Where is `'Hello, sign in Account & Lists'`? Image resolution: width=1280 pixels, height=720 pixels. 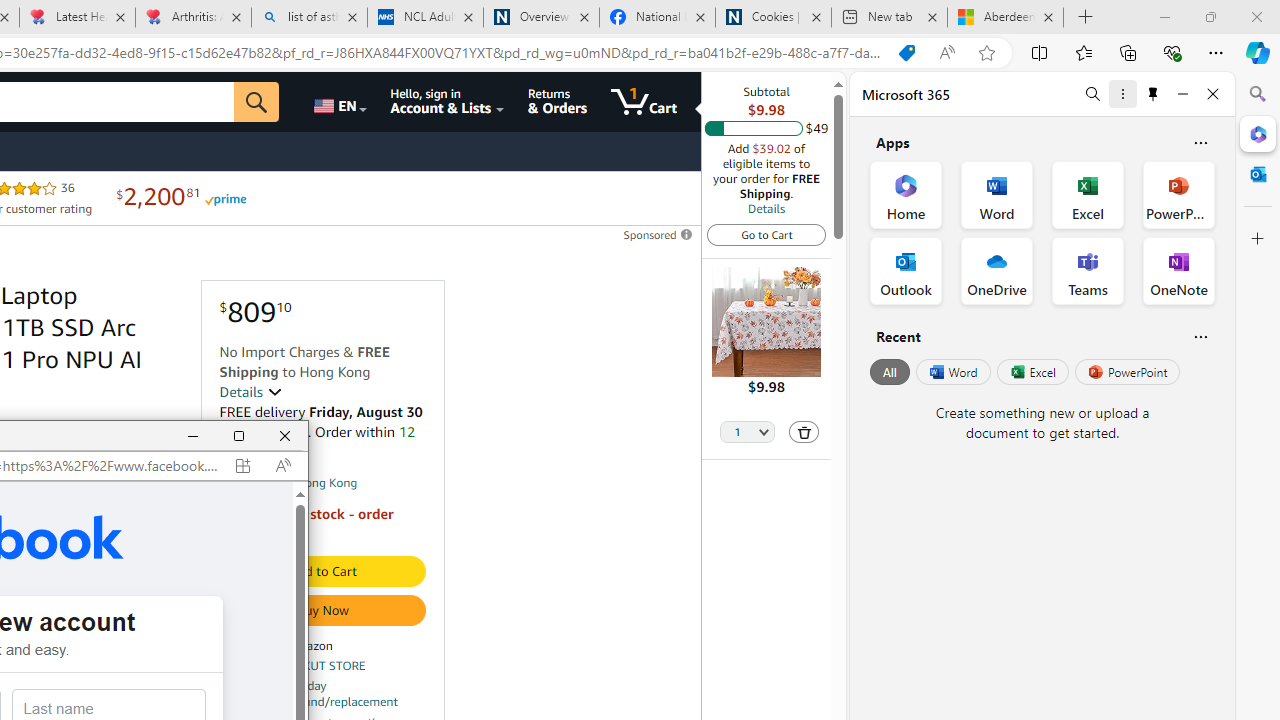 'Hello, sign in Account & Lists' is located at coordinates (447, 101).